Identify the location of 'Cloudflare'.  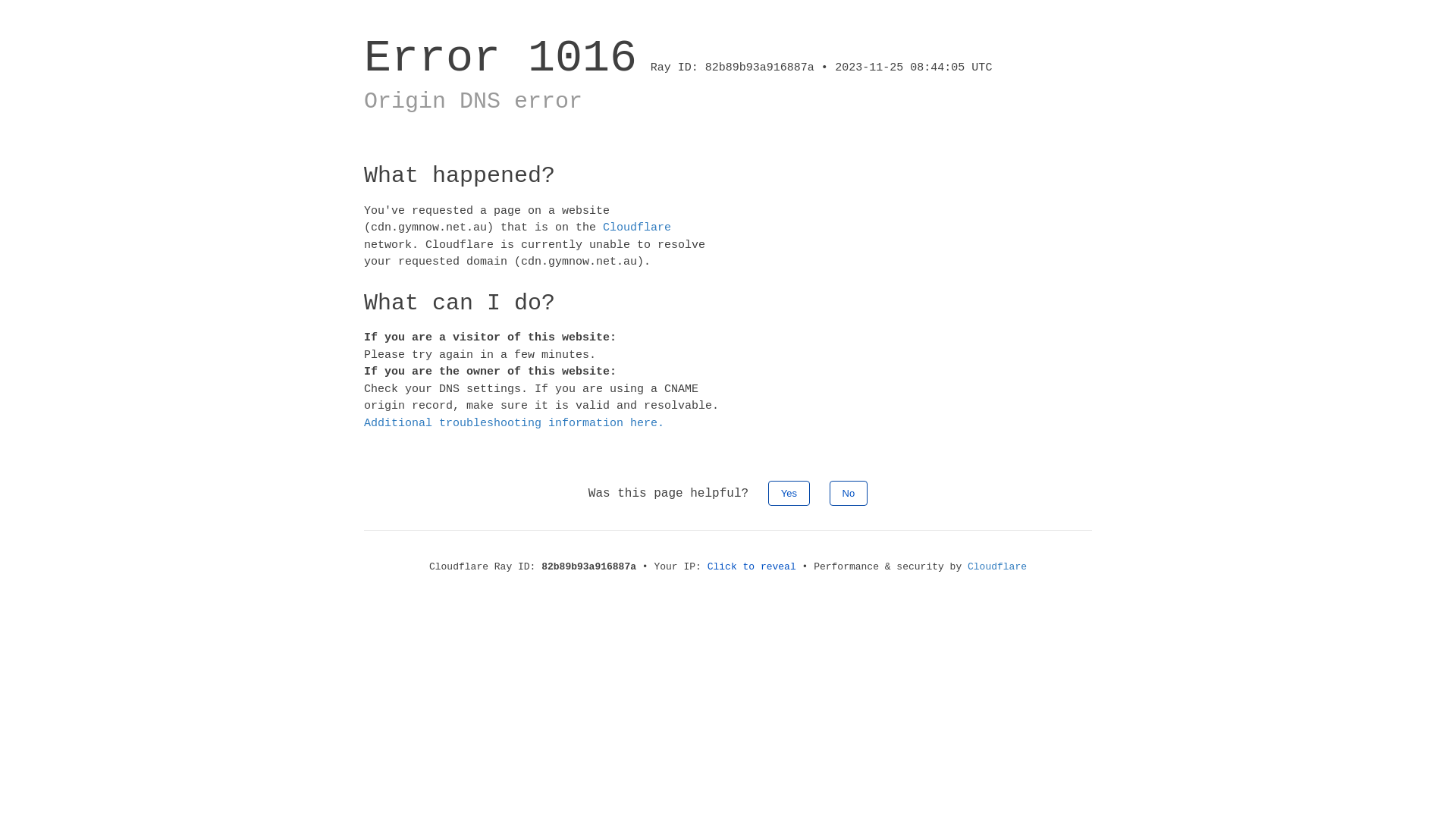
(637, 227).